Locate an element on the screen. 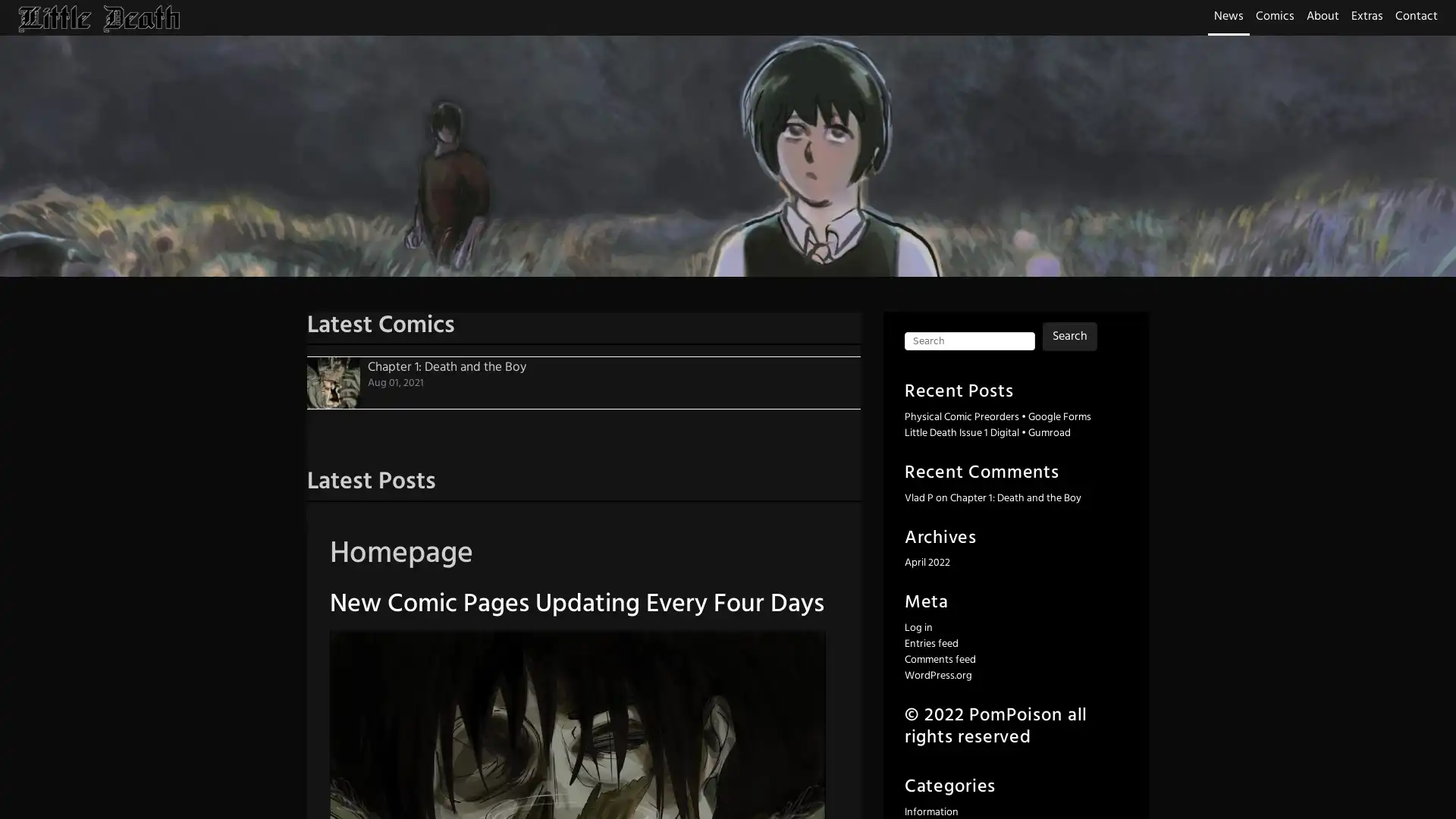  Search is located at coordinates (1069, 335).